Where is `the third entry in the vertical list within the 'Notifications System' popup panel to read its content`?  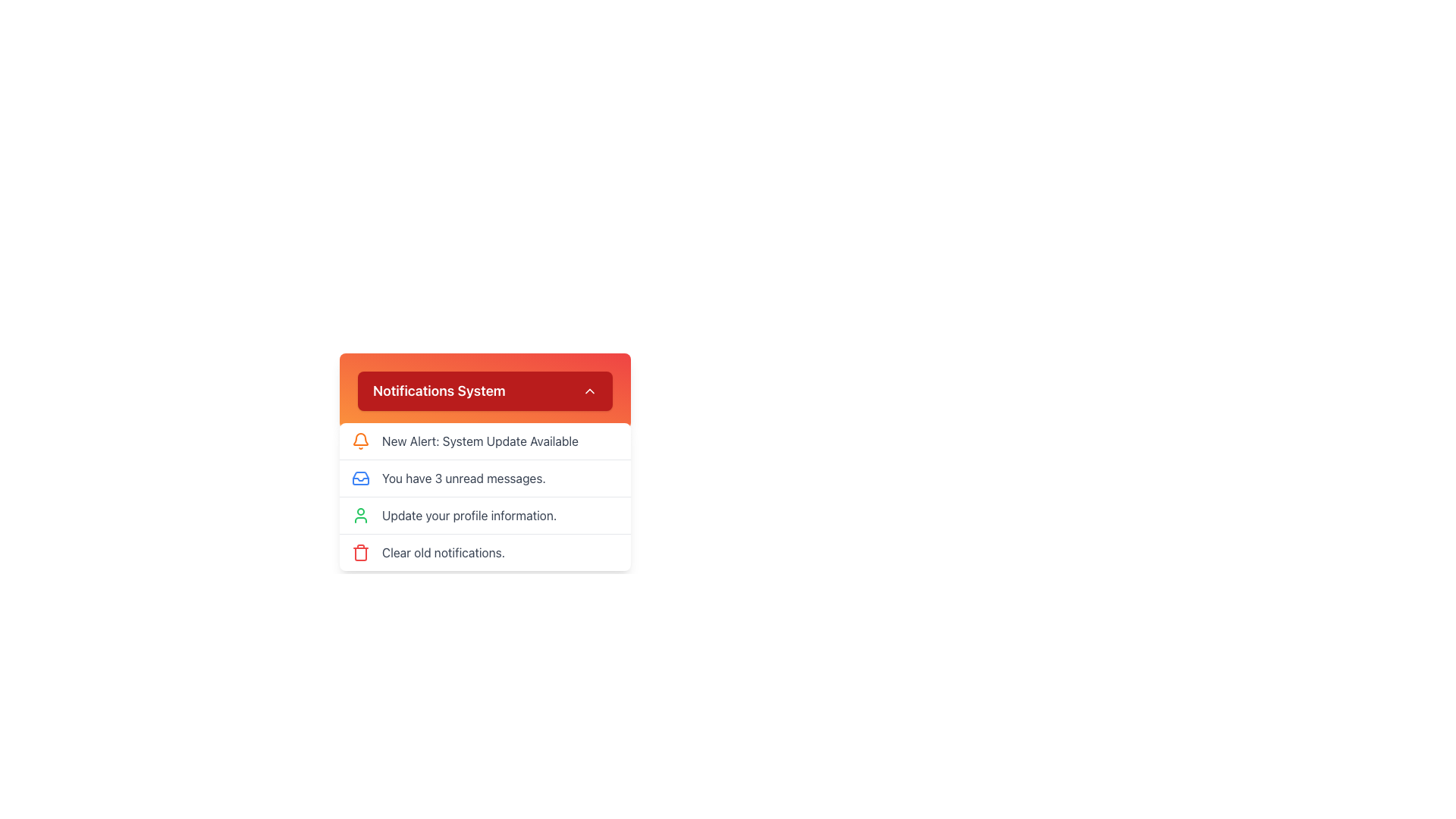 the third entry in the vertical list within the 'Notifications System' popup panel to read its content is located at coordinates (484, 497).